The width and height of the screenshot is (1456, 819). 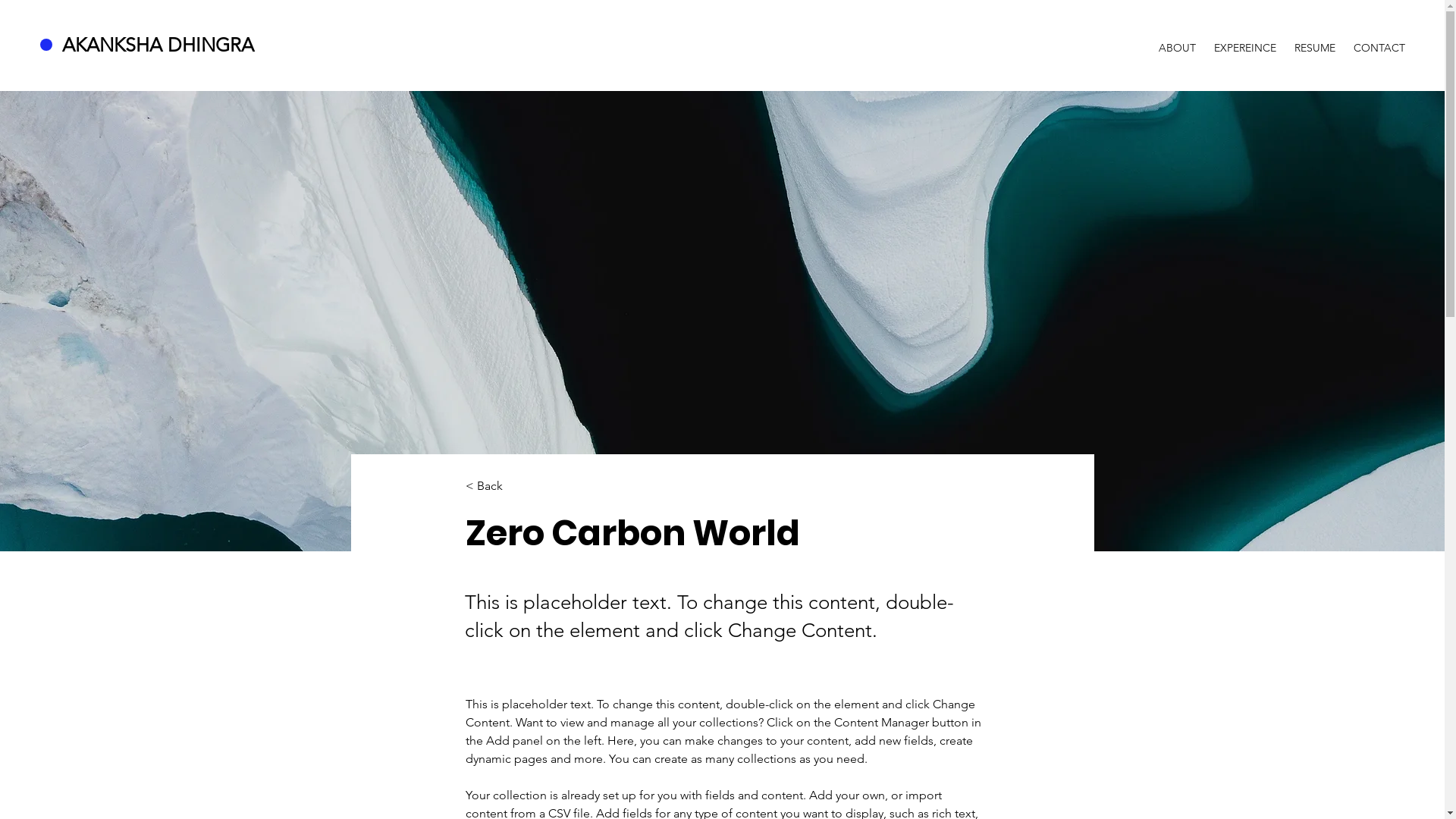 What do you see at coordinates (1379, 40) in the screenshot?
I see `'CONTACT'` at bounding box center [1379, 40].